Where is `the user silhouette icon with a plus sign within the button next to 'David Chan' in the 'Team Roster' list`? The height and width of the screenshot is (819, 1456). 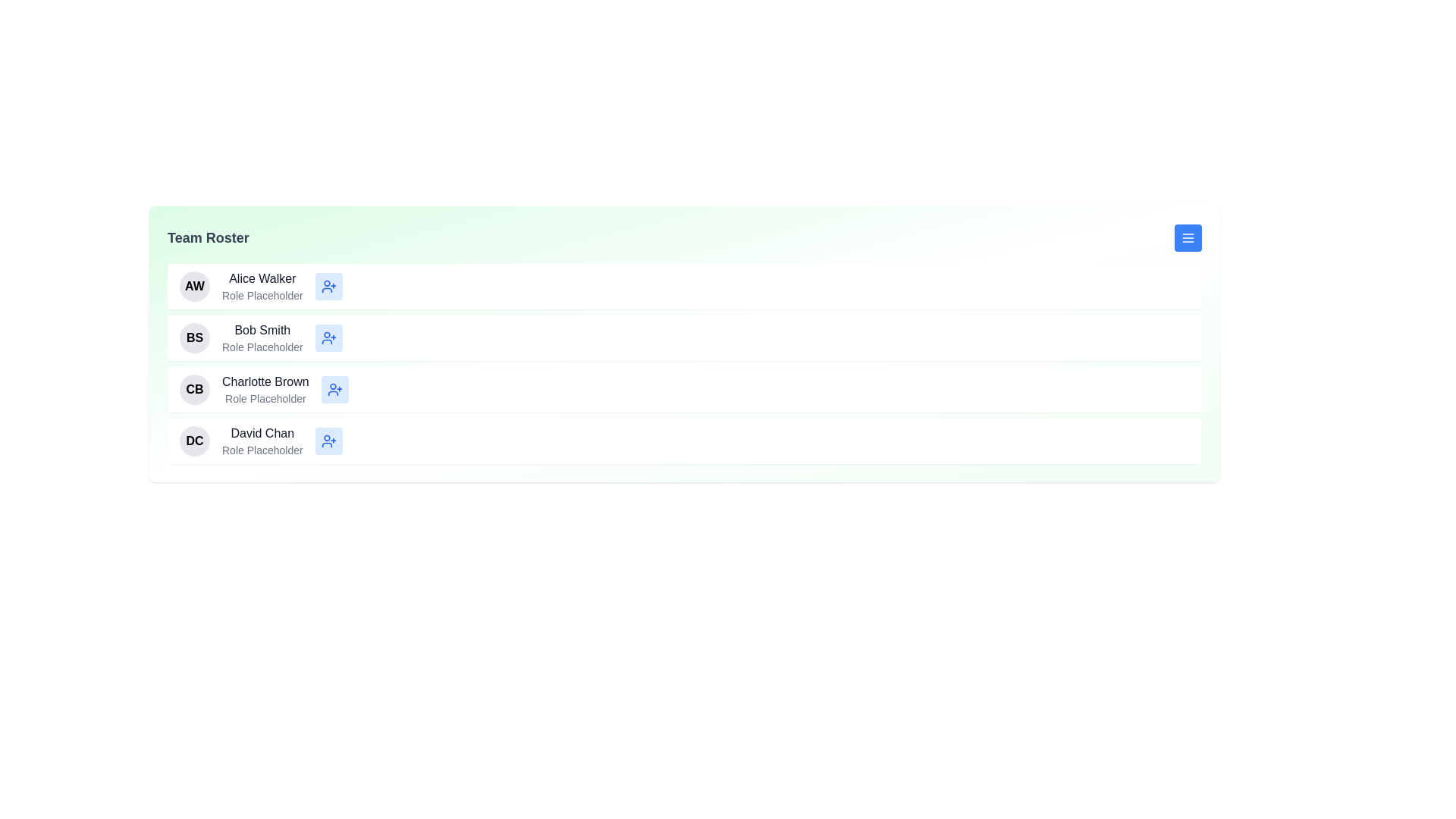
the user silhouette icon with a plus sign within the button next to 'David Chan' in the 'Team Roster' list is located at coordinates (328, 441).